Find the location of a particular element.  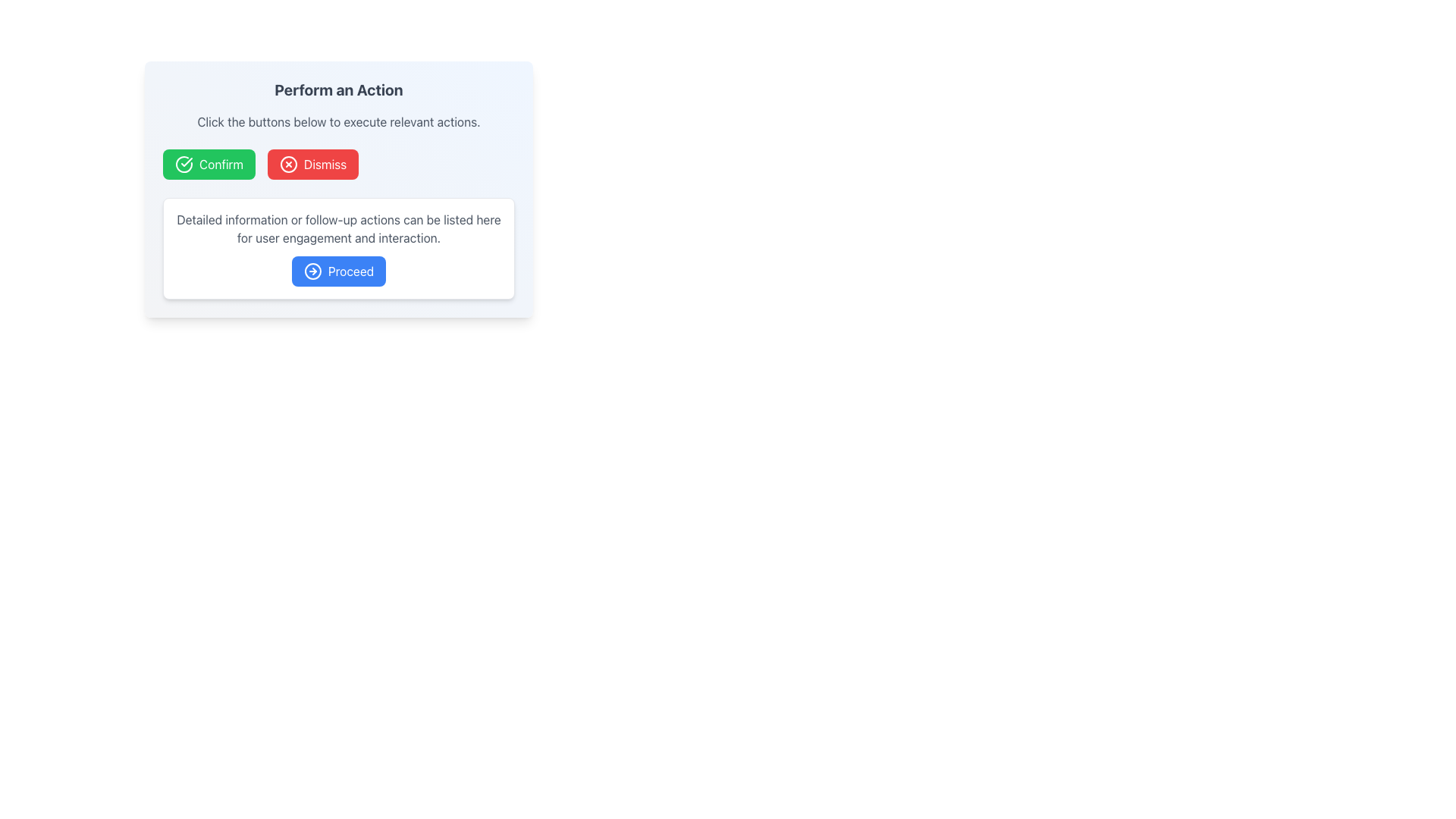

the directionality icon located on the right part of the 'Proceed' button, which enhances its functionality for suggesting forward navigation is located at coordinates (312, 271).